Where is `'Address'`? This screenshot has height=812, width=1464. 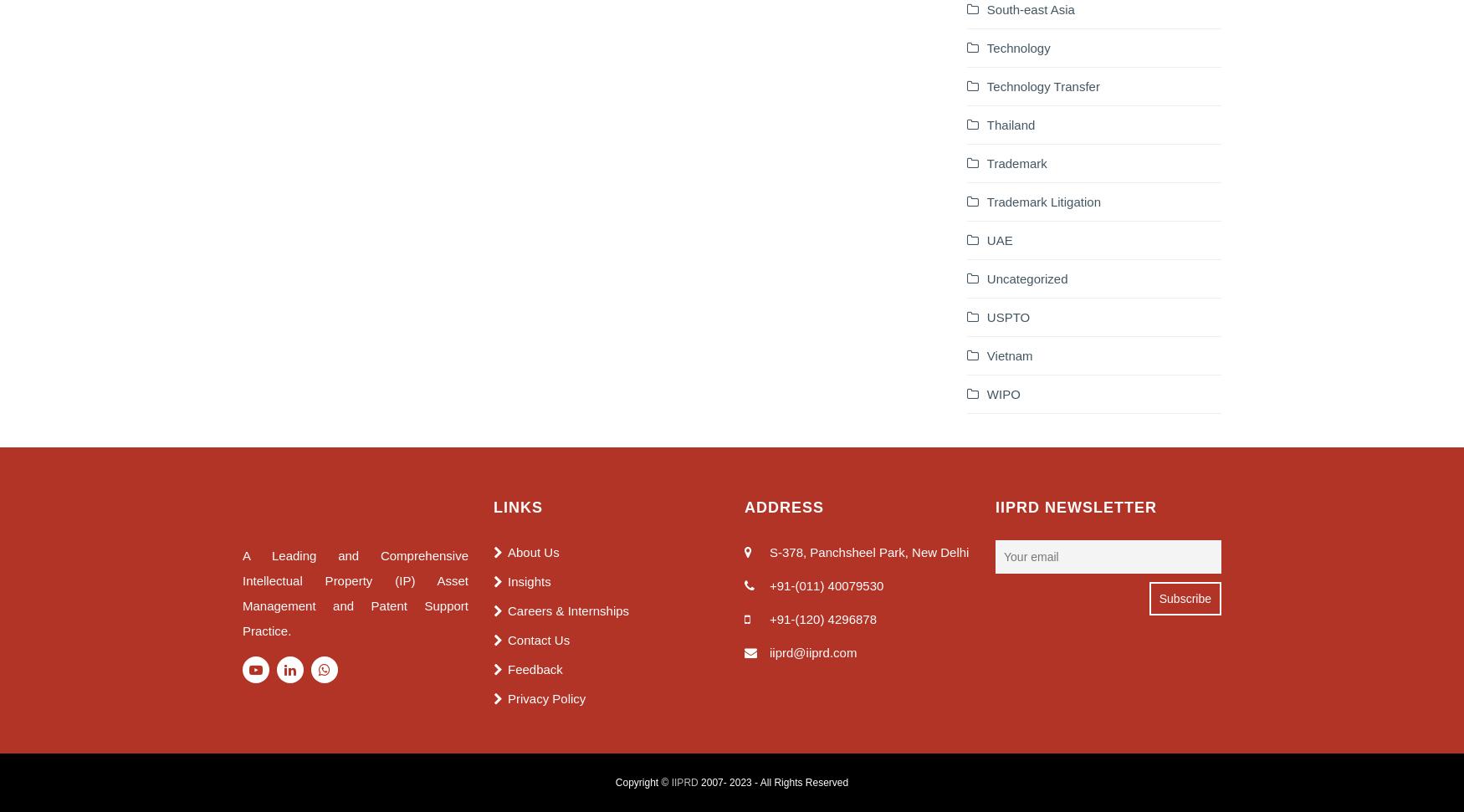 'Address' is located at coordinates (783, 506).